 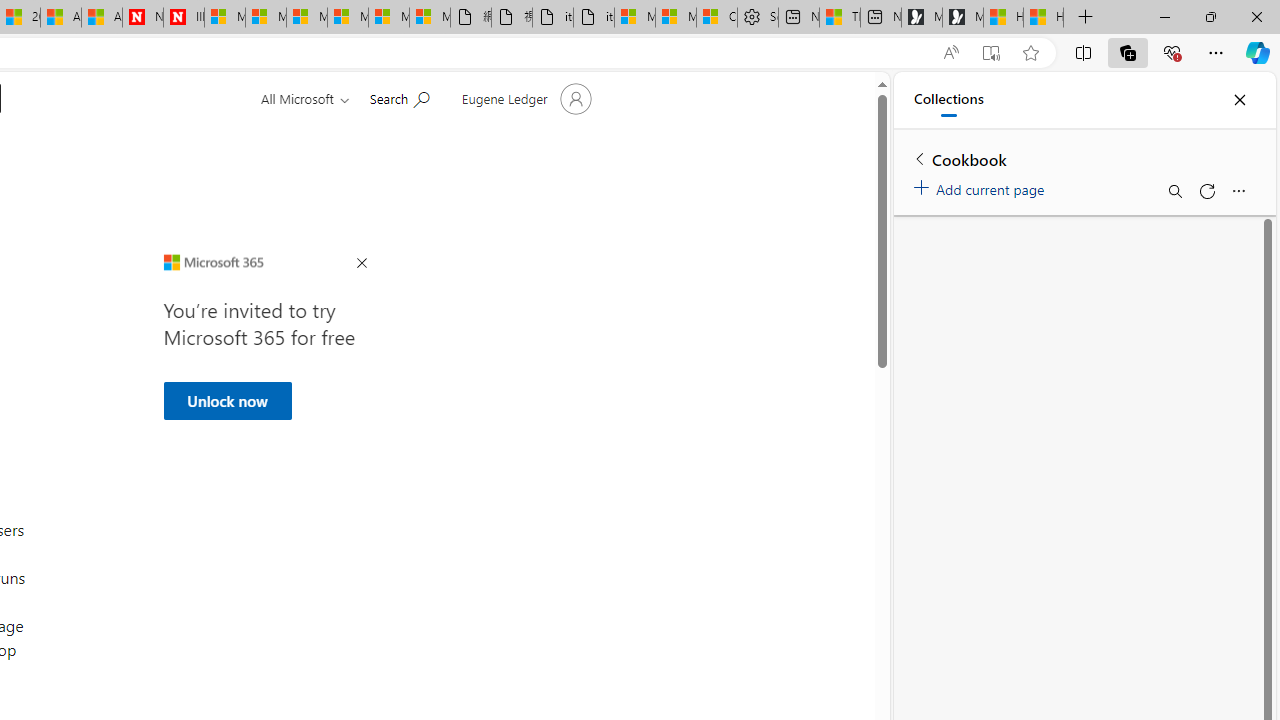 I want to click on 'Add current page', so click(x=983, y=186).